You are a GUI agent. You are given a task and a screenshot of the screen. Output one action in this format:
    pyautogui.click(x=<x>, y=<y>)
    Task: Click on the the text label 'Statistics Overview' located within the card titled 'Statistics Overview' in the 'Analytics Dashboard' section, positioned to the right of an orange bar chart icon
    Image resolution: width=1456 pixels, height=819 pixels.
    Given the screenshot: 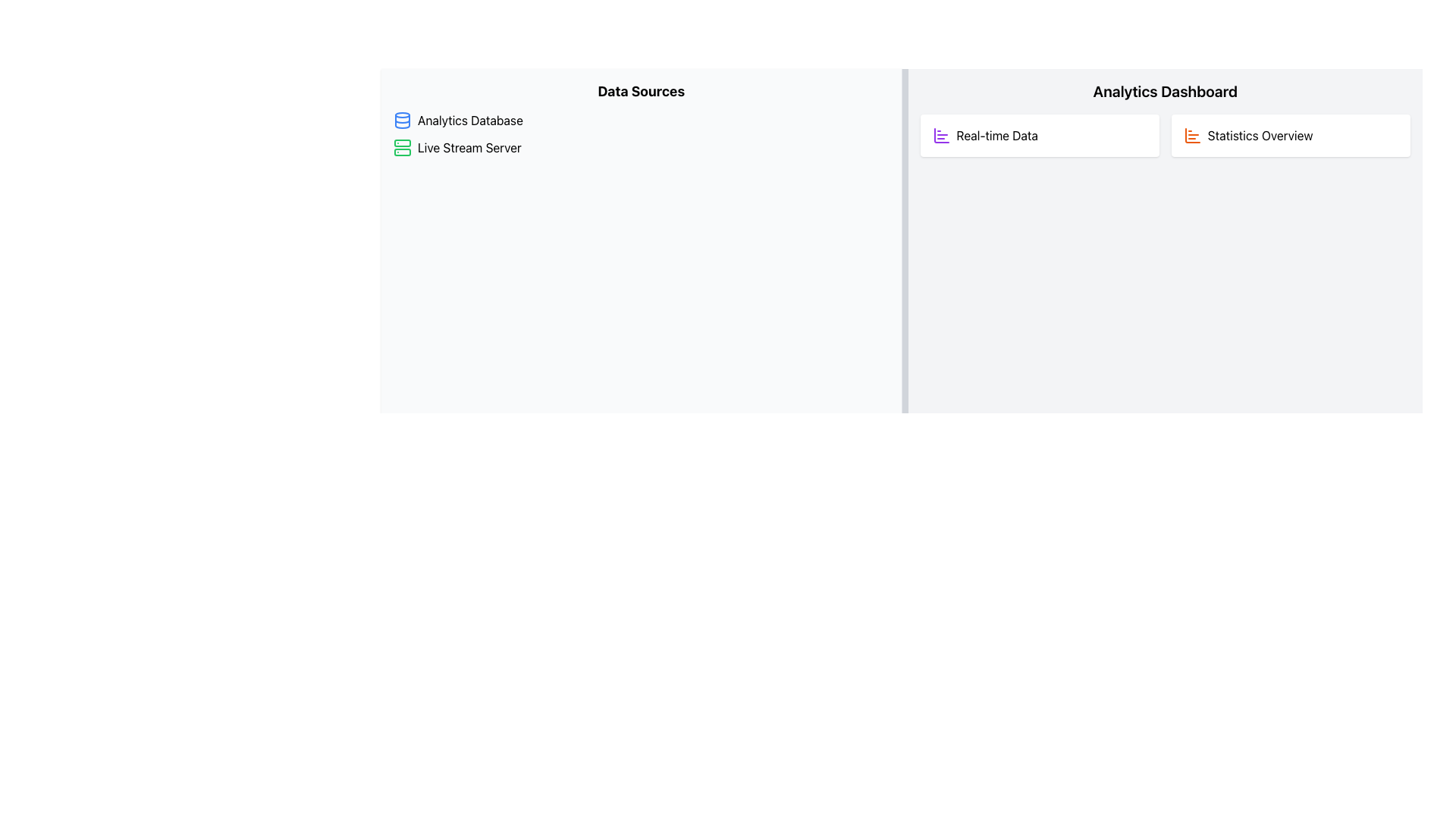 What is the action you would take?
    pyautogui.click(x=1260, y=134)
    